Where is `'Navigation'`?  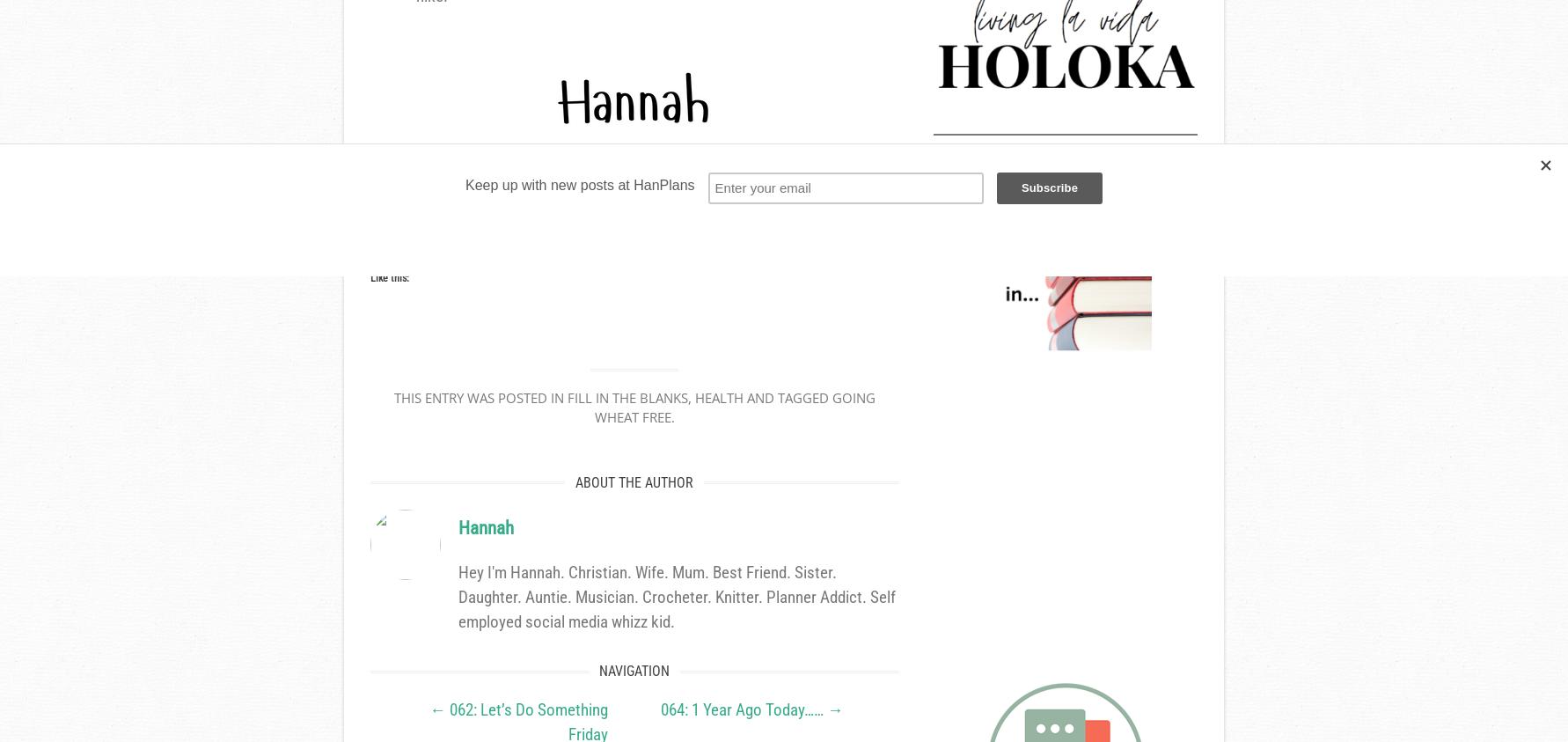 'Navigation' is located at coordinates (598, 671).